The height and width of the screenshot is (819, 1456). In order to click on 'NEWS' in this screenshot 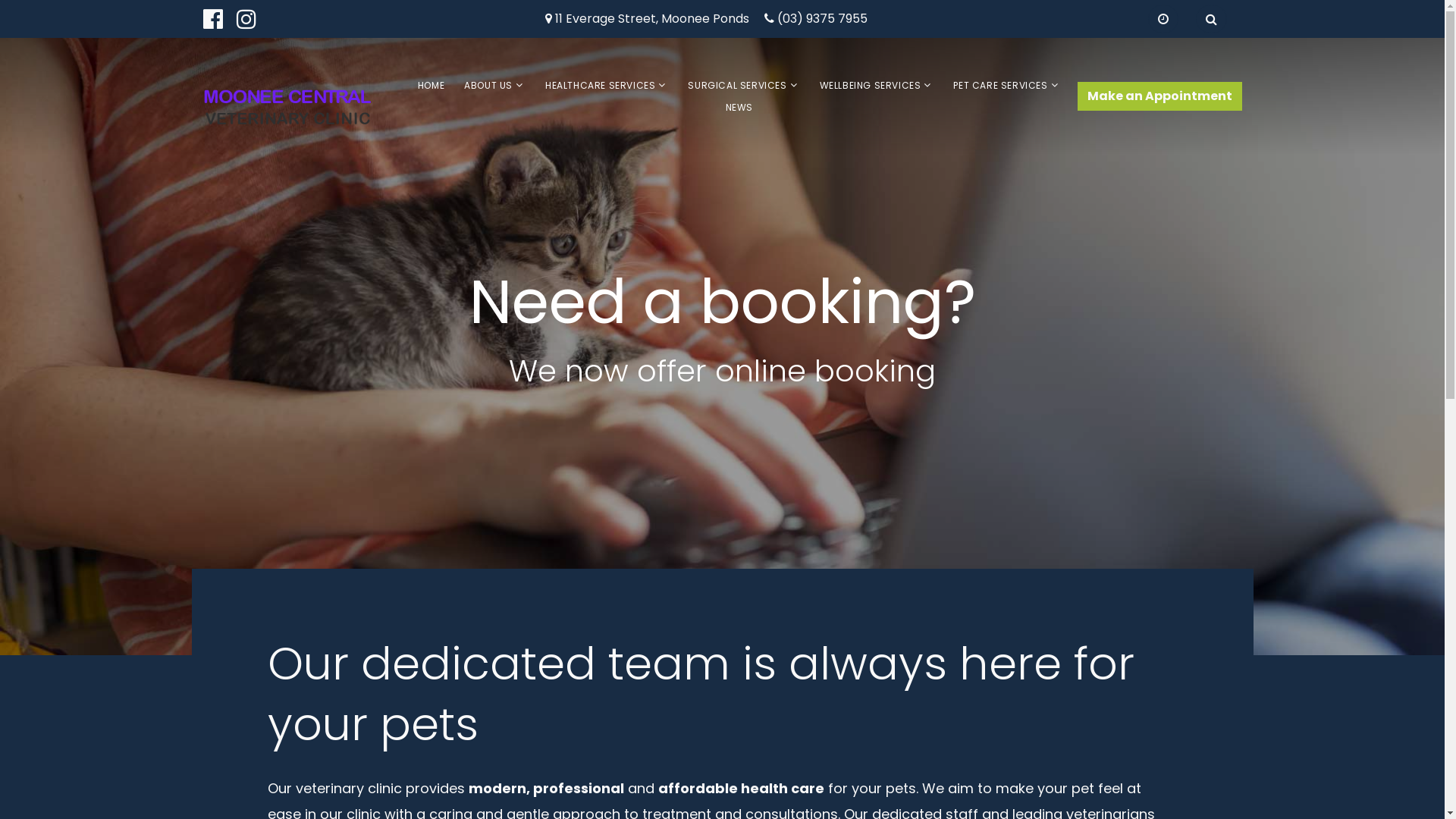, I will do `click(739, 106)`.